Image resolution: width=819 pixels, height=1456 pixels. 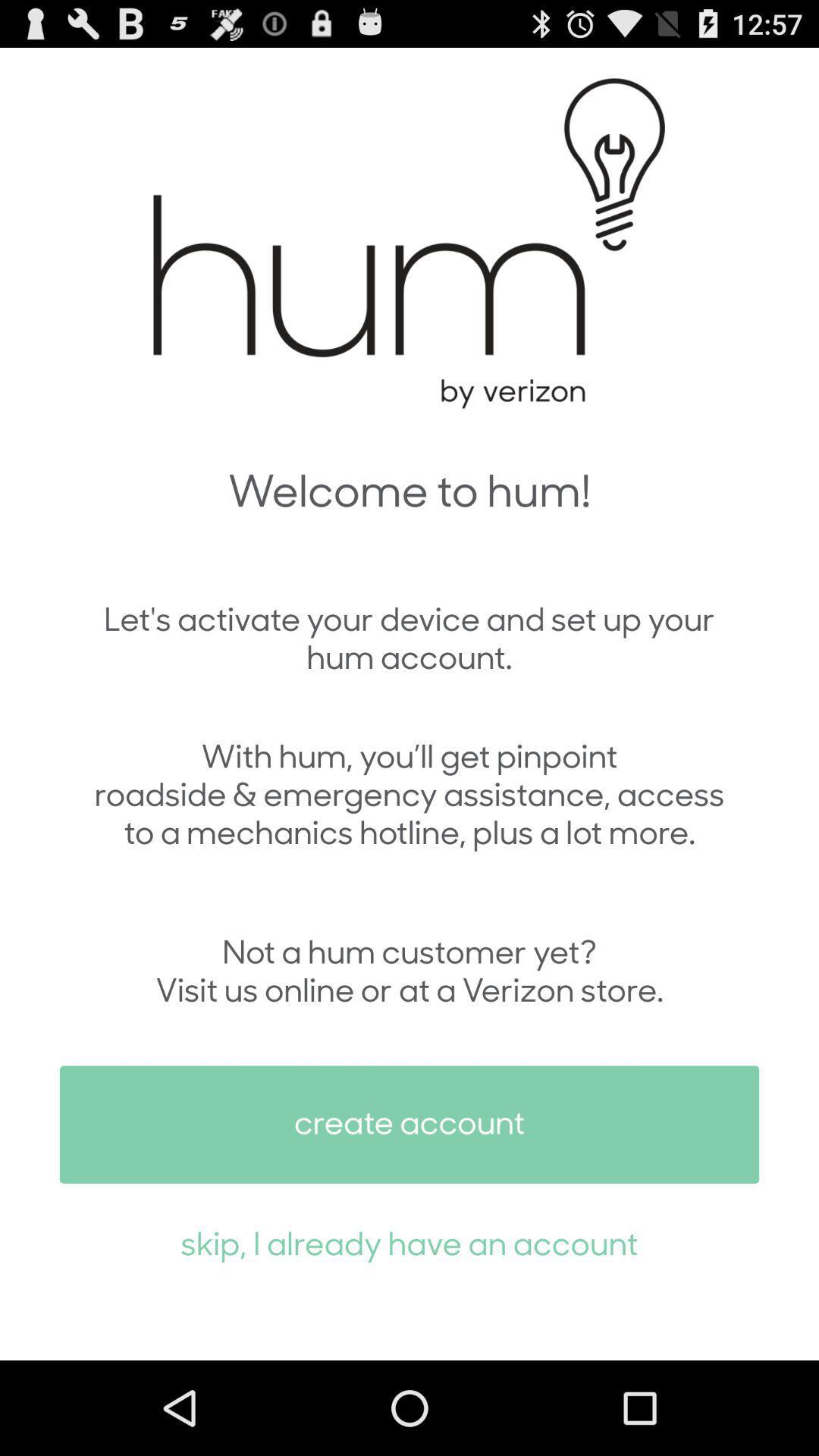 I want to click on icon below the create account icon, so click(x=409, y=1242).